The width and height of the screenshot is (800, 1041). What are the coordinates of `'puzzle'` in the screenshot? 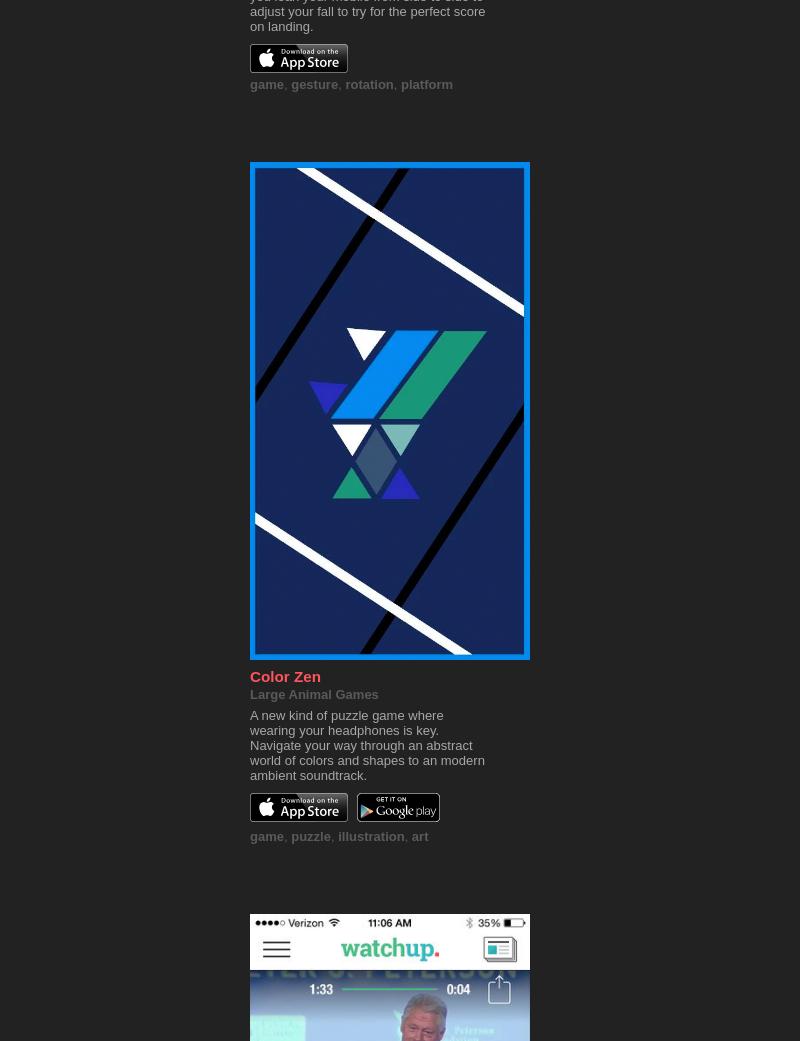 It's located at (291, 835).